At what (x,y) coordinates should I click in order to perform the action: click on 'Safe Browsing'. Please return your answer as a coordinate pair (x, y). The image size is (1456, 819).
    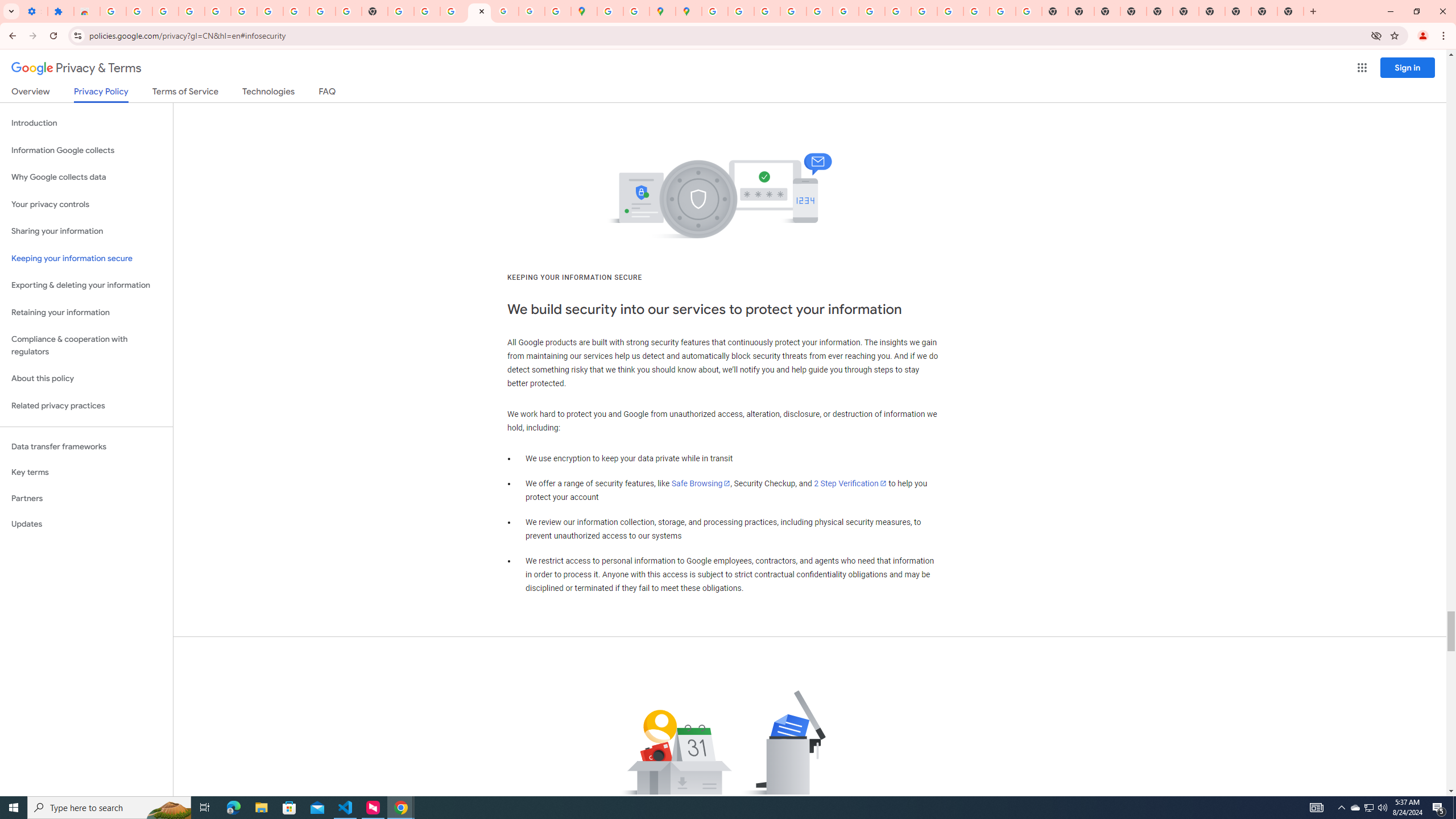
    Looking at the image, I should click on (700, 483).